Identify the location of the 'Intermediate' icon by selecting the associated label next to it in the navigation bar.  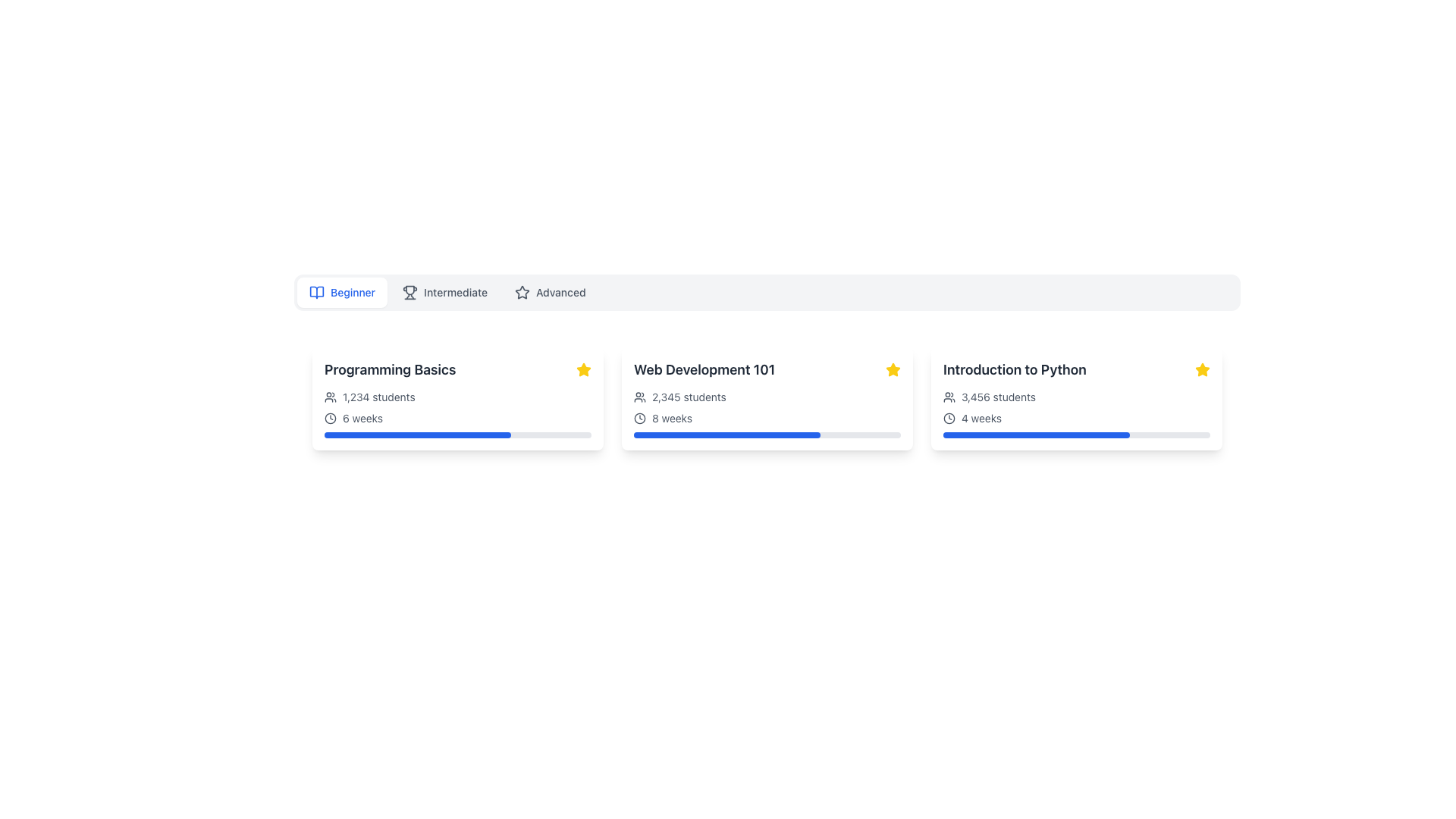
(410, 292).